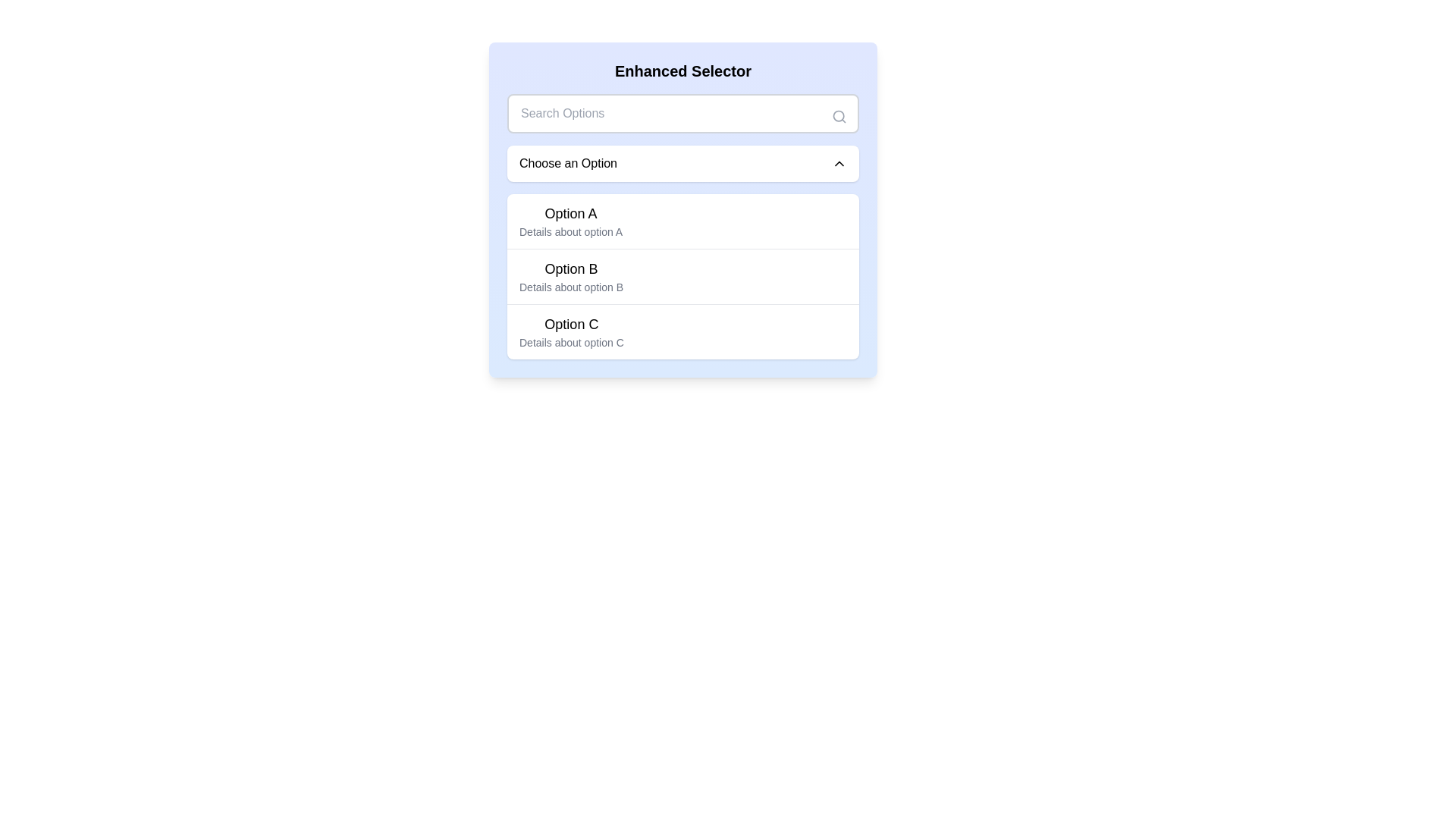 The image size is (1456, 819). I want to click on the 'Enhanced Selector' composite UI component, so click(682, 210).